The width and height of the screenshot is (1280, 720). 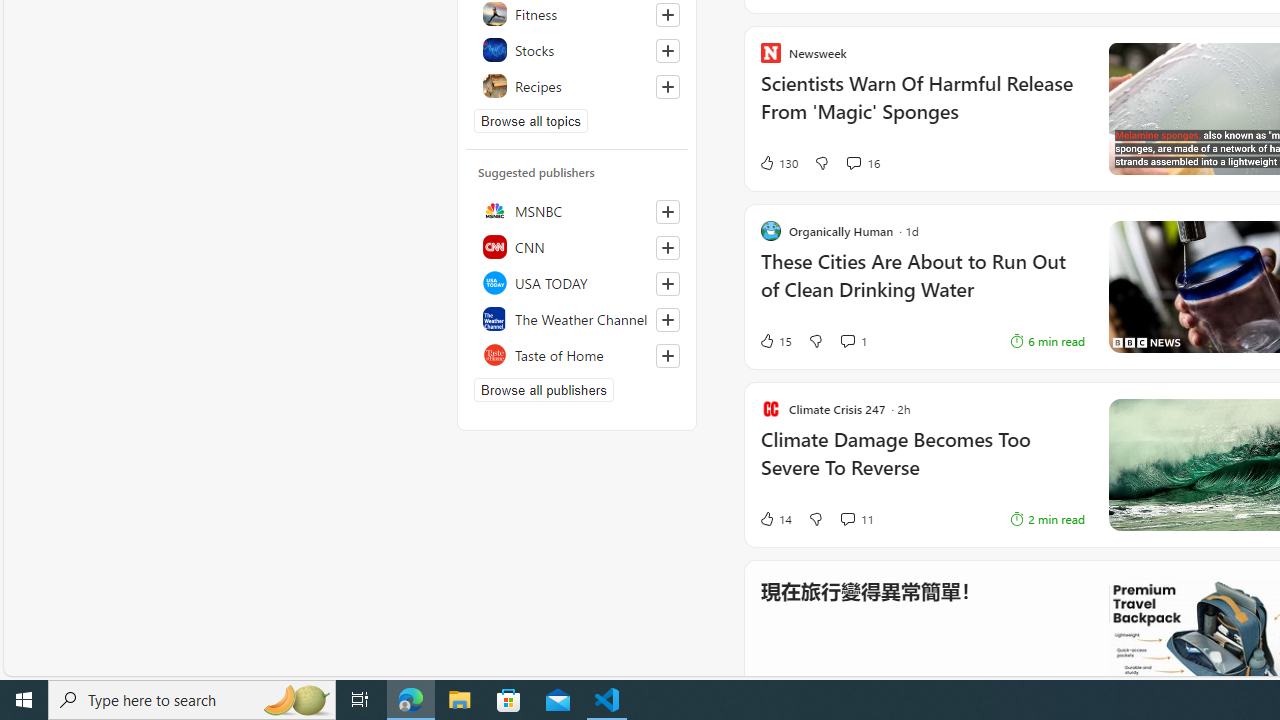 I want to click on '130 Like', so click(x=777, y=162).